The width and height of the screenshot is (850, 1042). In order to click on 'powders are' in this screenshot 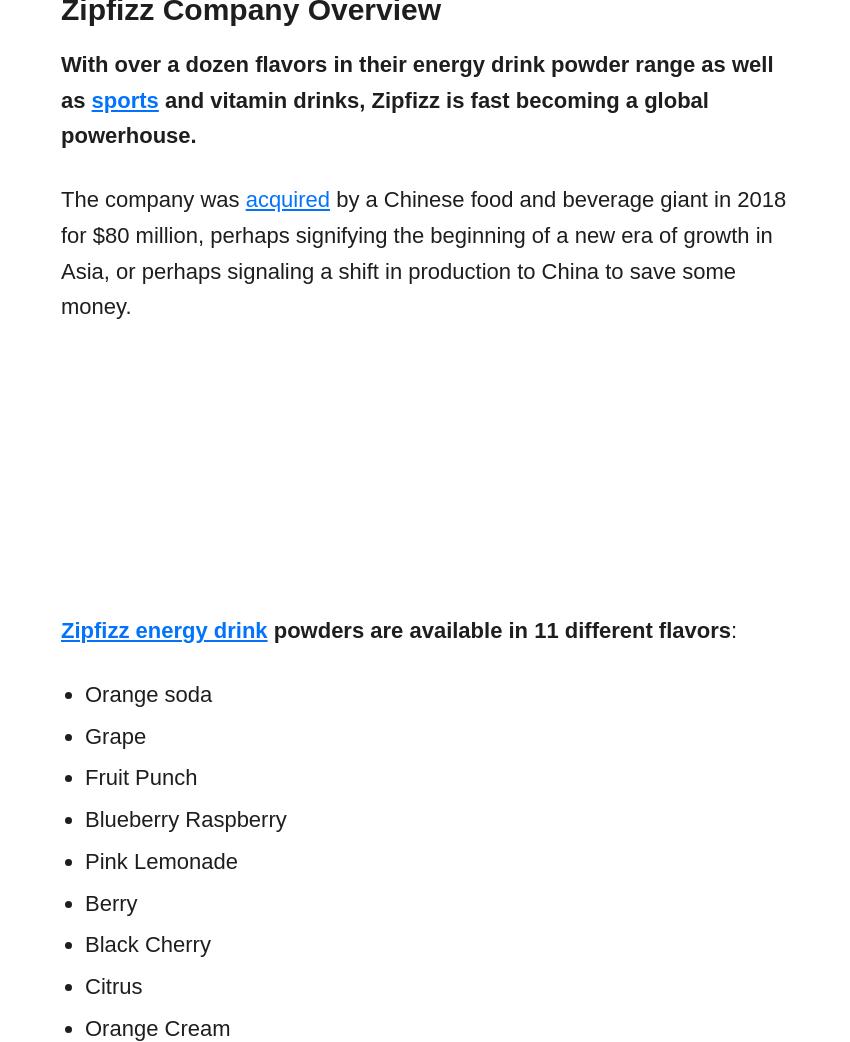, I will do `click(334, 630)`.